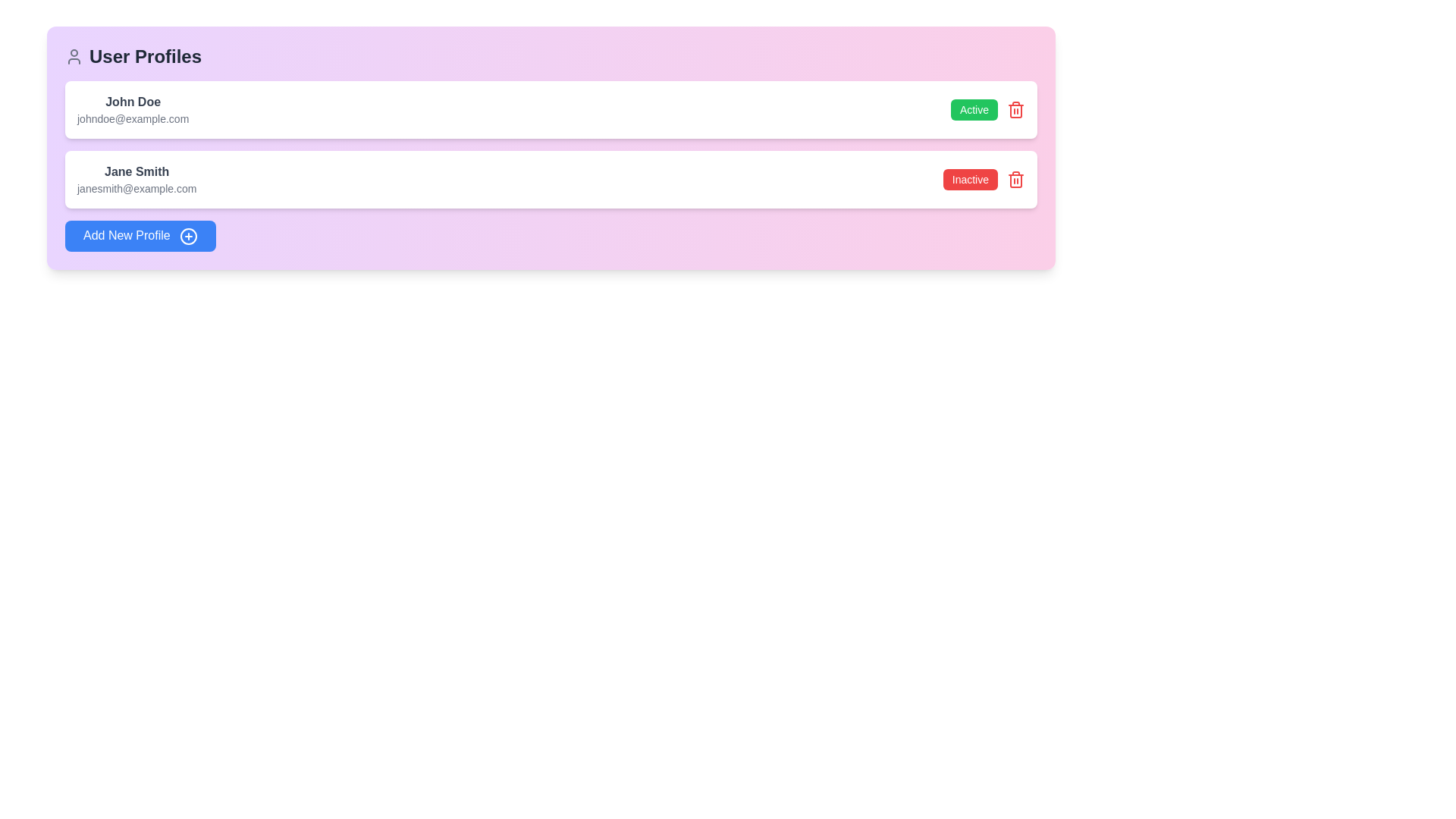 The height and width of the screenshot is (819, 1456). What do you see at coordinates (188, 236) in the screenshot?
I see `the icon located to the right side of the blue button labeled 'Add New Profile', which signifies an action to add or create something new` at bounding box center [188, 236].